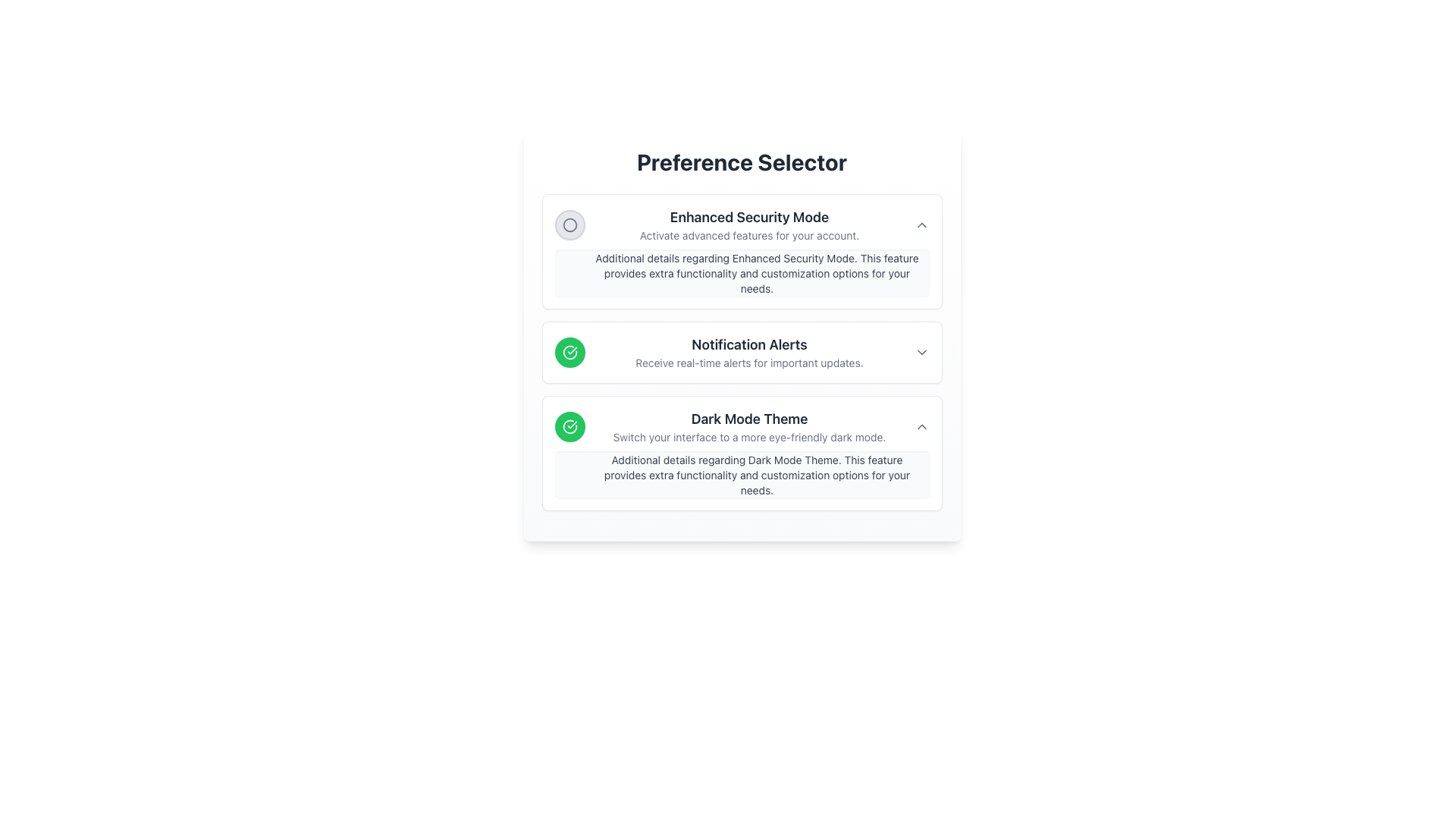 This screenshot has width=1456, height=819. Describe the element at coordinates (921, 225) in the screenshot. I see `the Icon button in the top-right corner of the 'Enhanced Security Mode' section` at that location.